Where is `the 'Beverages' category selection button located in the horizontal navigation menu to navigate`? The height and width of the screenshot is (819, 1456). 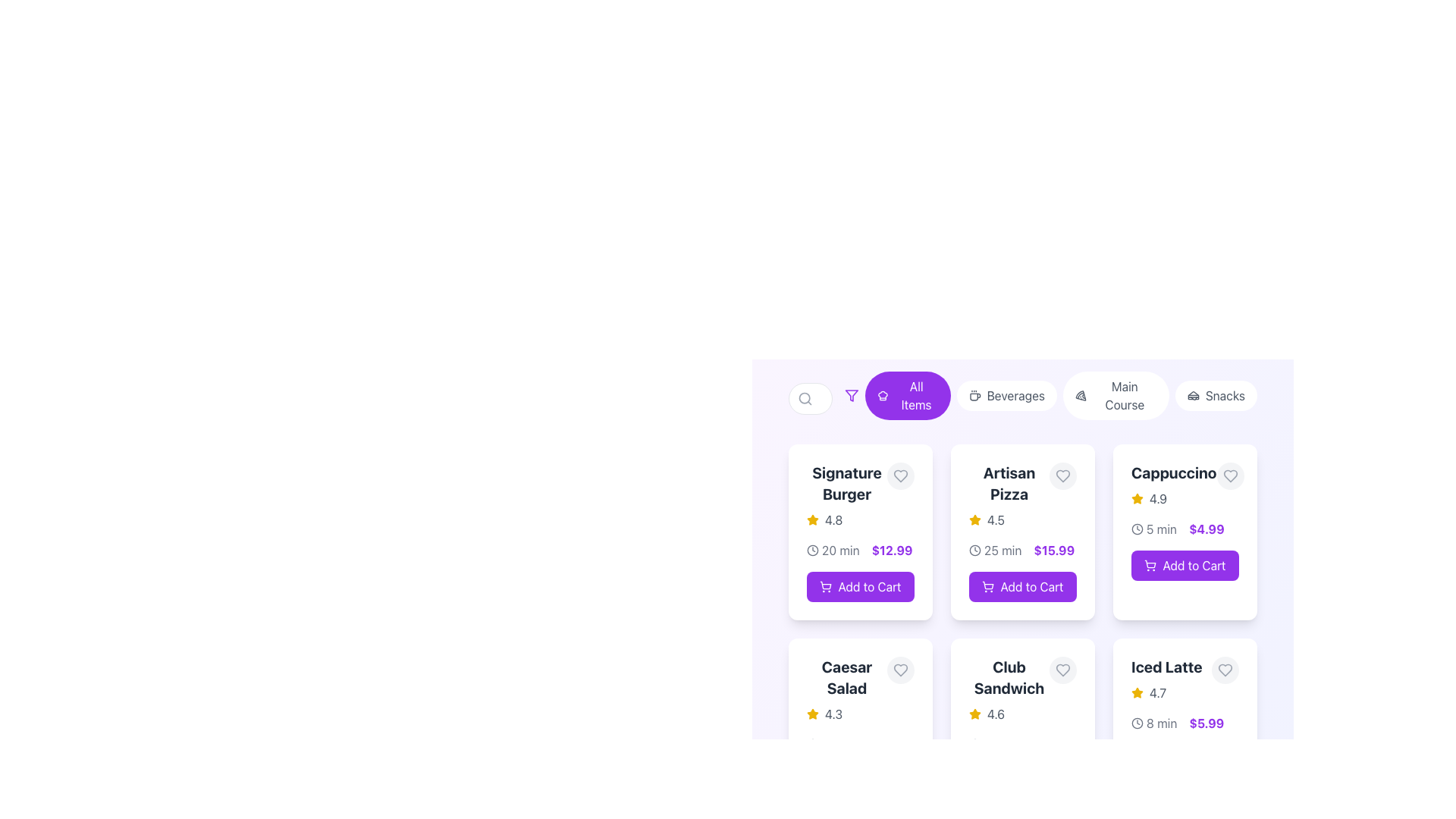 the 'Beverages' category selection button located in the horizontal navigation menu to navigate is located at coordinates (1006, 394).